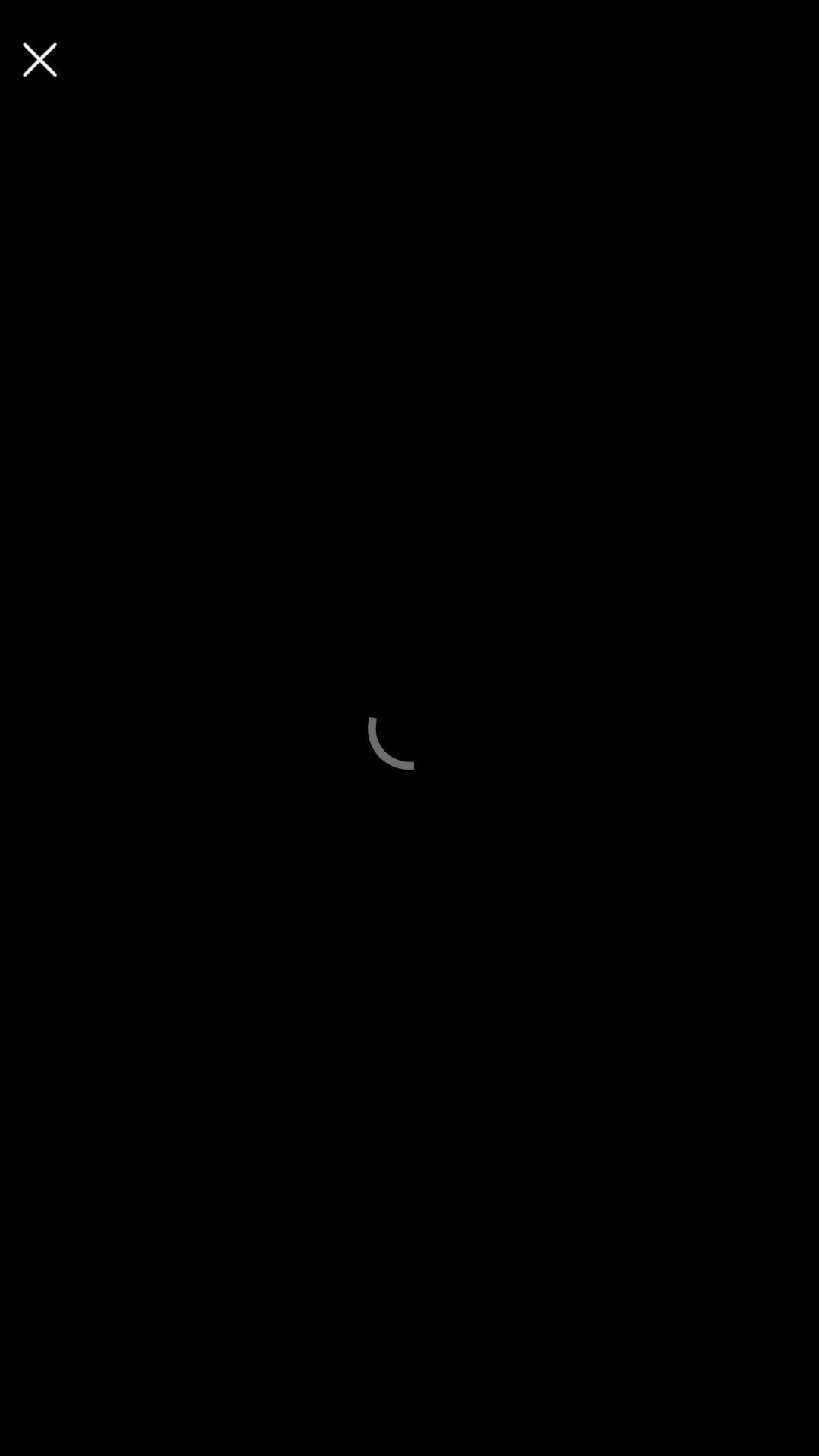 This screenshot has height=1456, width=819. I want to click on exit page, so click(39, 59).